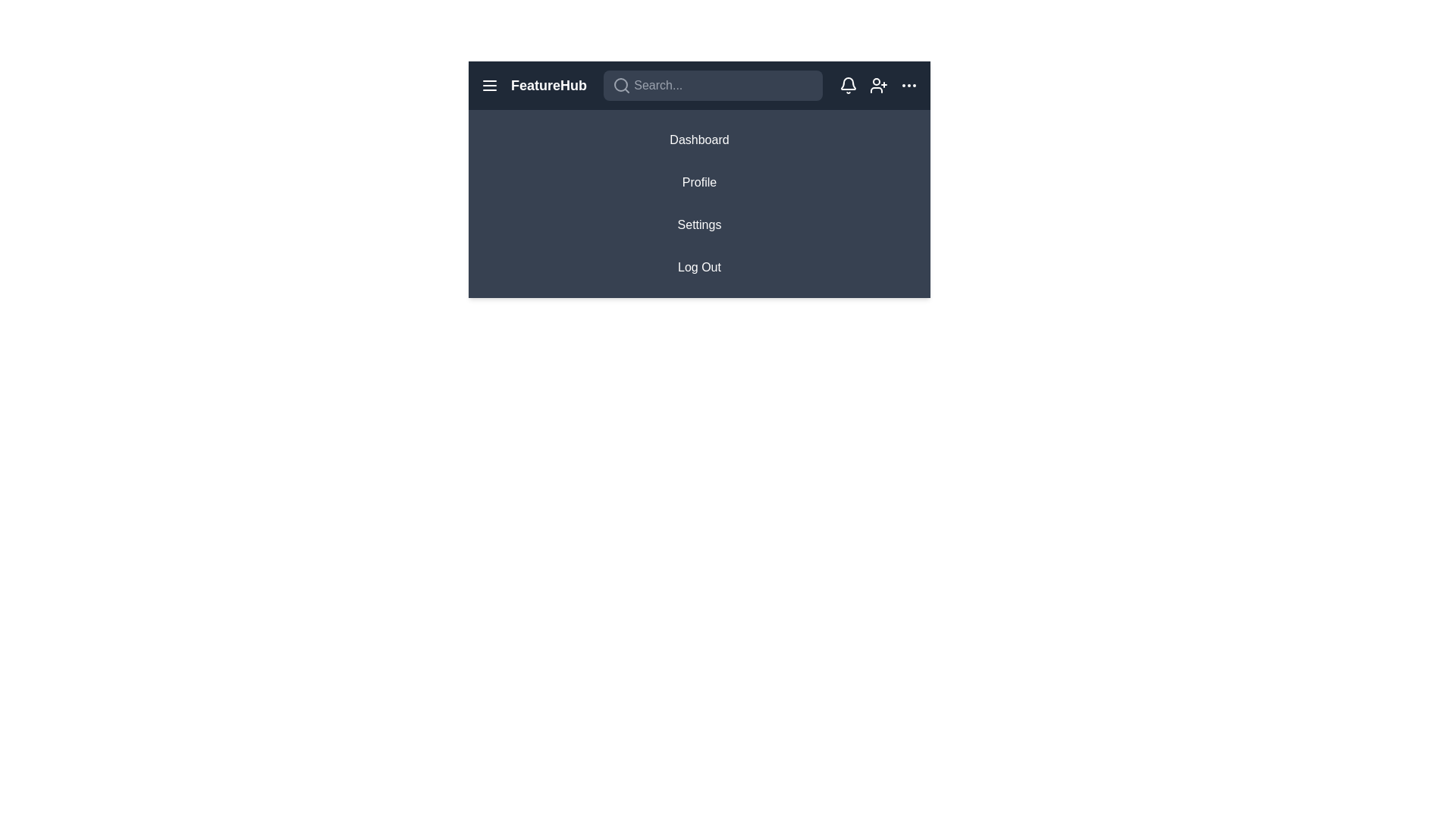  Describe the element at coordinates (877, 85) in the screenshot. I see `the add/invite icon located in the upper-right corner of the interface, which is the third icon from the left, positioned between the bell icon and the vertical ellipsis icon` at that location.